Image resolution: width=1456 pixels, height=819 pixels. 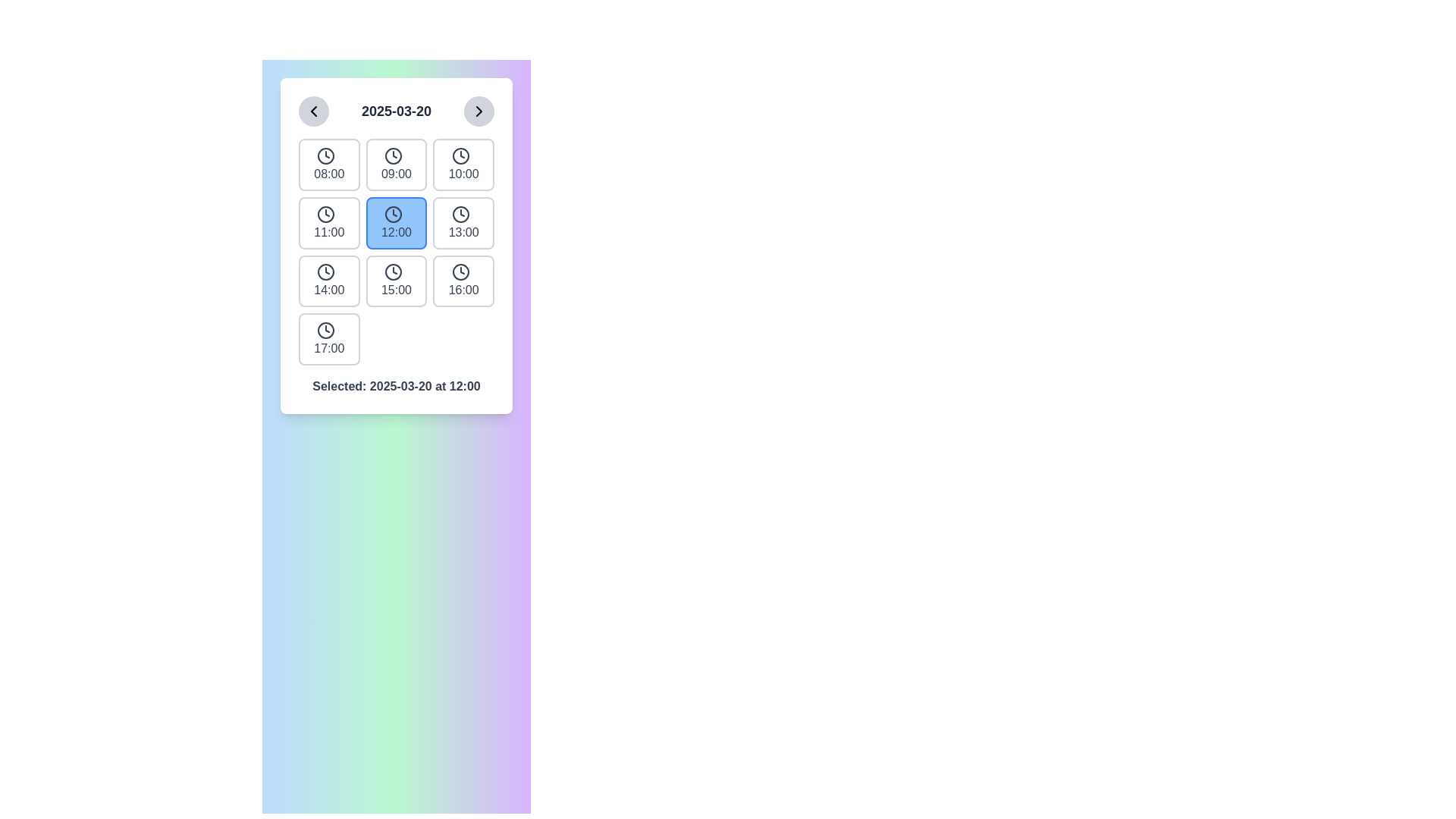 I want to click on the button located at the top left of the navigation bar that allows navigation to the previous date or time period, so click(x=312, y=110).